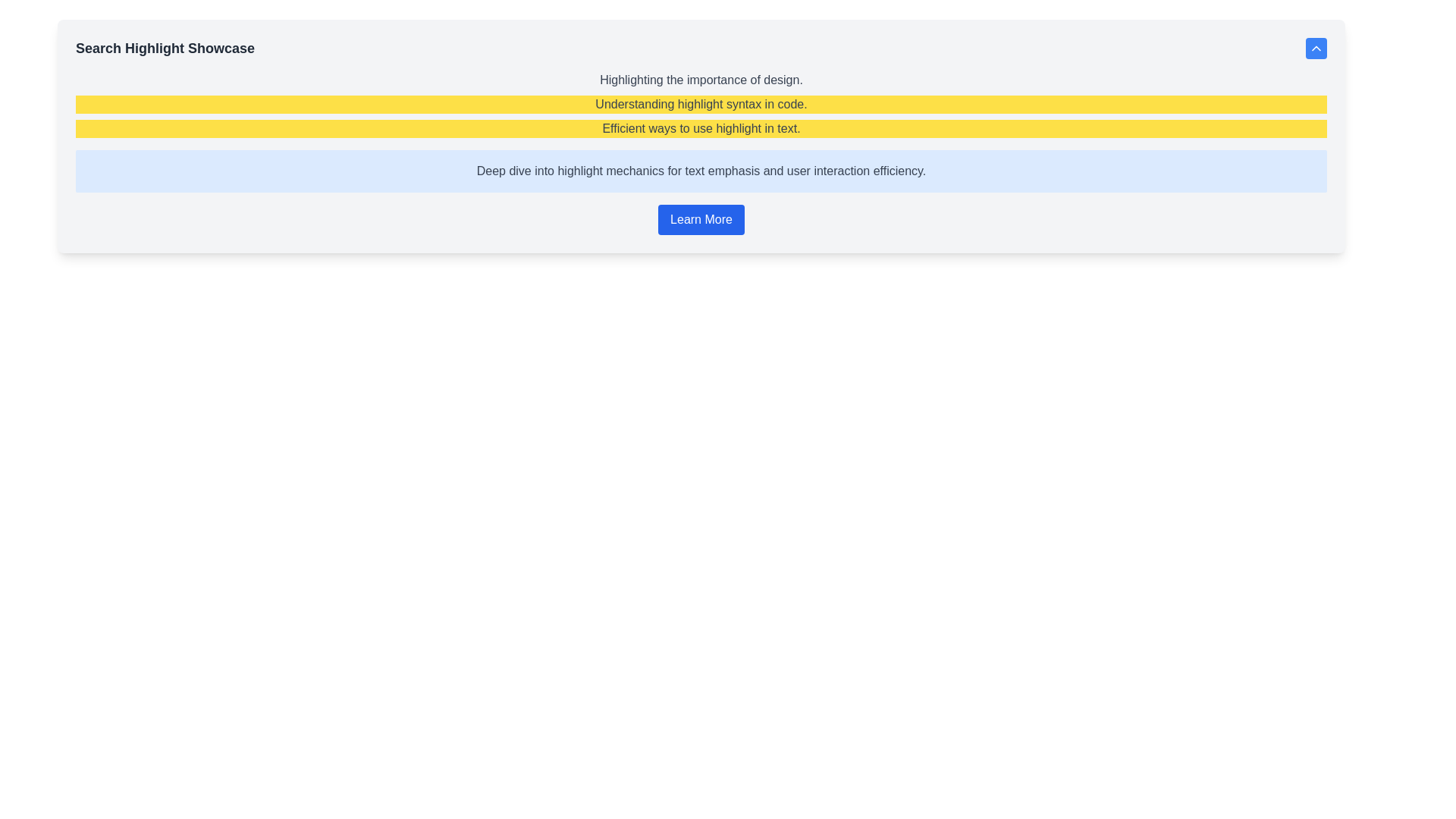 Image resolution: width=1456 pixels, height=819 pixels. Describe the element at coordinates (701, 171) in the screenshot. I see `descriptive text block located within the 'Search Highlight Showcase' section, which is the fourth text element among three yellow-highlighted items and a blue 'Learn More' button below` at that location.